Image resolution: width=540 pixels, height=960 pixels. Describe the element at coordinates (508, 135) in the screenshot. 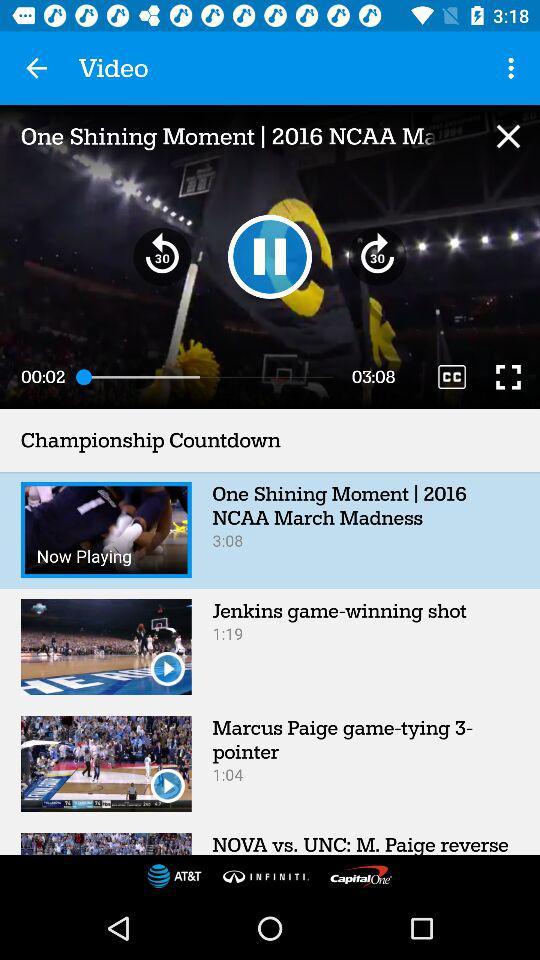

I see `the close icon` at that location.